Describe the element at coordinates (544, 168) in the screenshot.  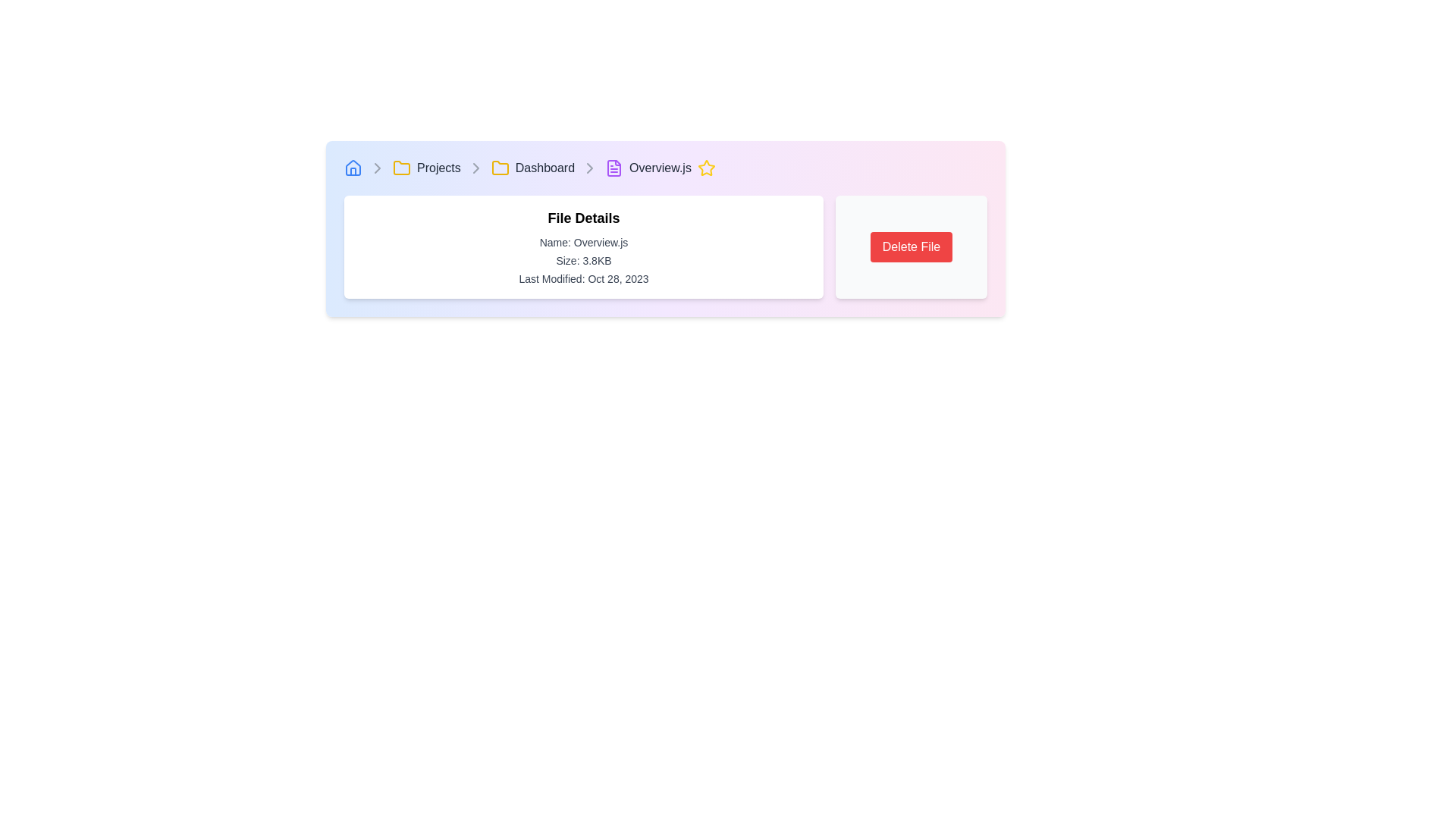
I see `the 'Dashboard' hyperlink in the breadcrumb navigation to underline the text` at that location.